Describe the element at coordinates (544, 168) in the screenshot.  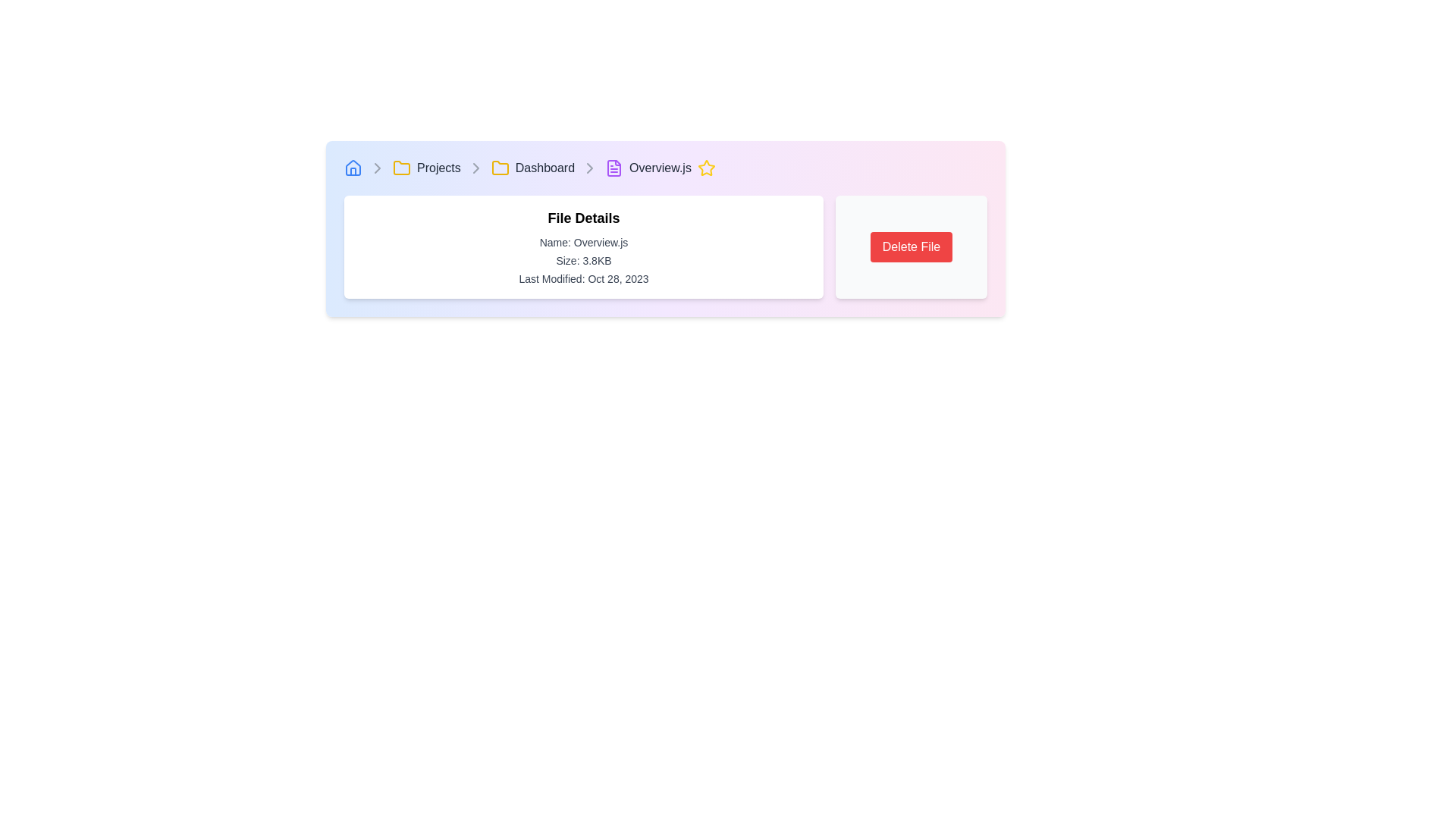
I see `the 'Dashboard' hyperlink in the breadcrumb navigation to underline the text` at that location.